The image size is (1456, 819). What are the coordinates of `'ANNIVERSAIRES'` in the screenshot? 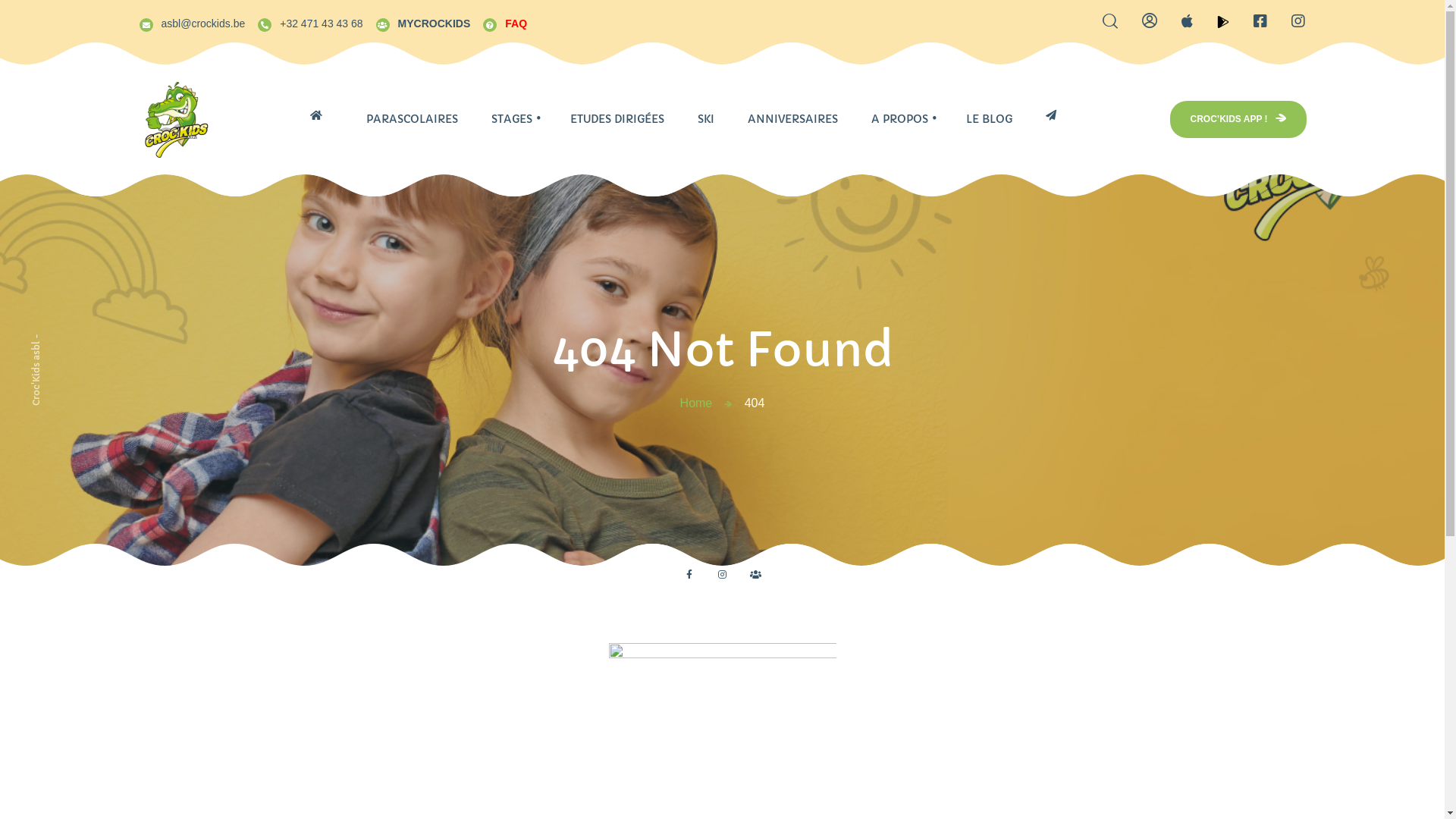 It's located at (792, 118).